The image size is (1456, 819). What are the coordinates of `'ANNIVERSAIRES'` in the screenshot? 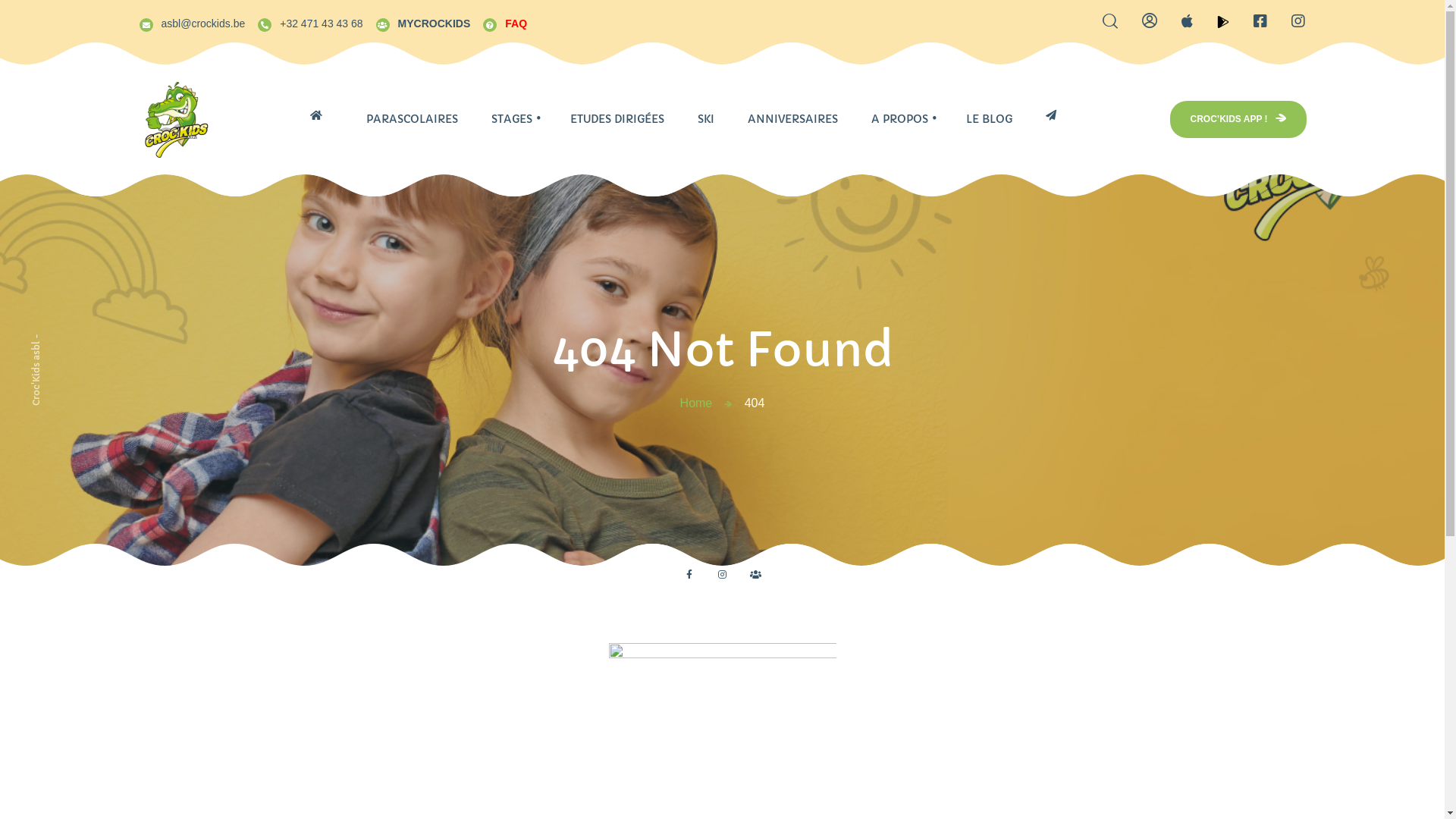 It's located at (792, 118).